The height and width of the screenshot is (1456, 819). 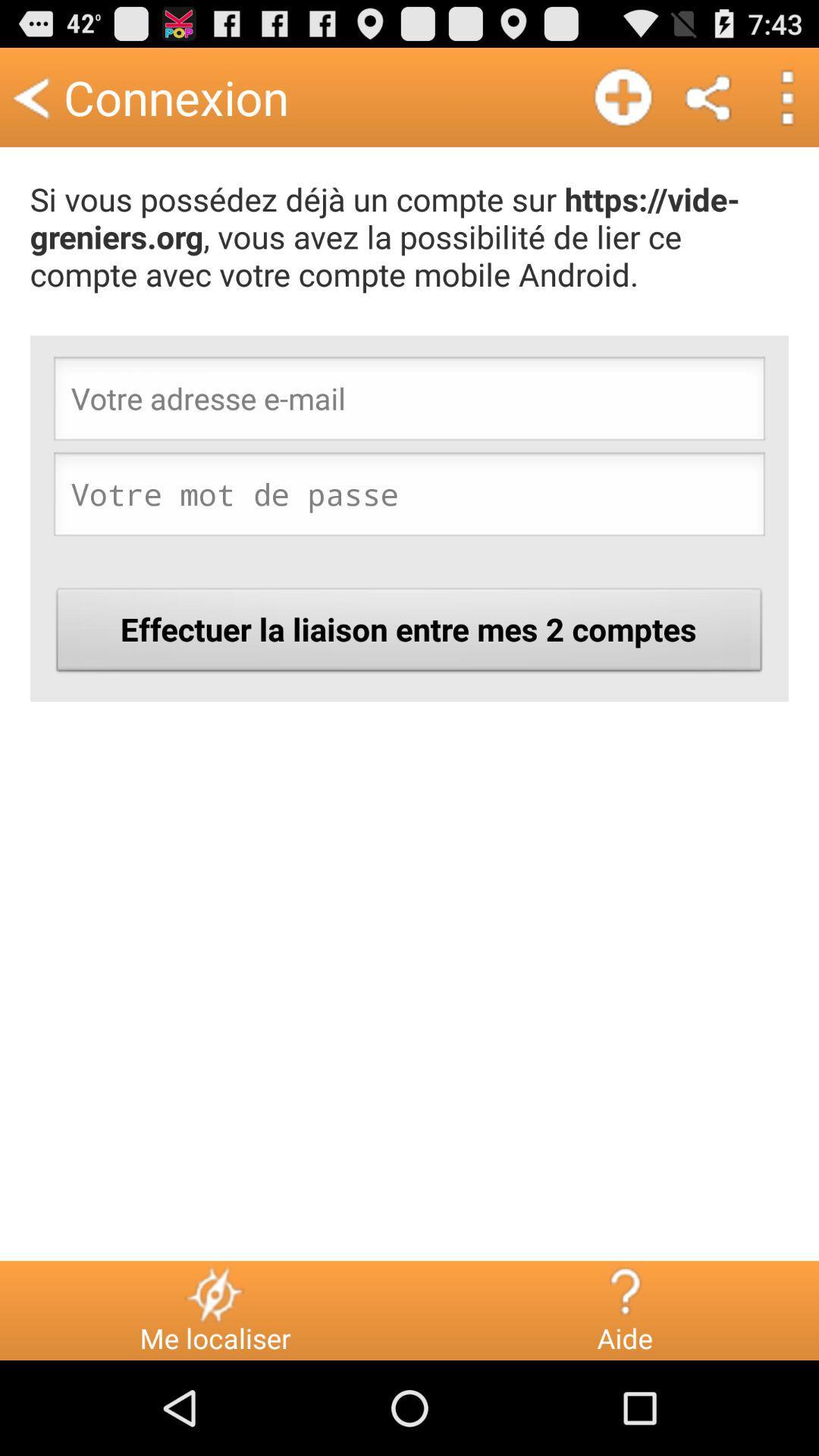 What do you see at coordinates (409, 634) in the screenshot?
I see `effectuer la liaison item` at bounding box center [409, 634].